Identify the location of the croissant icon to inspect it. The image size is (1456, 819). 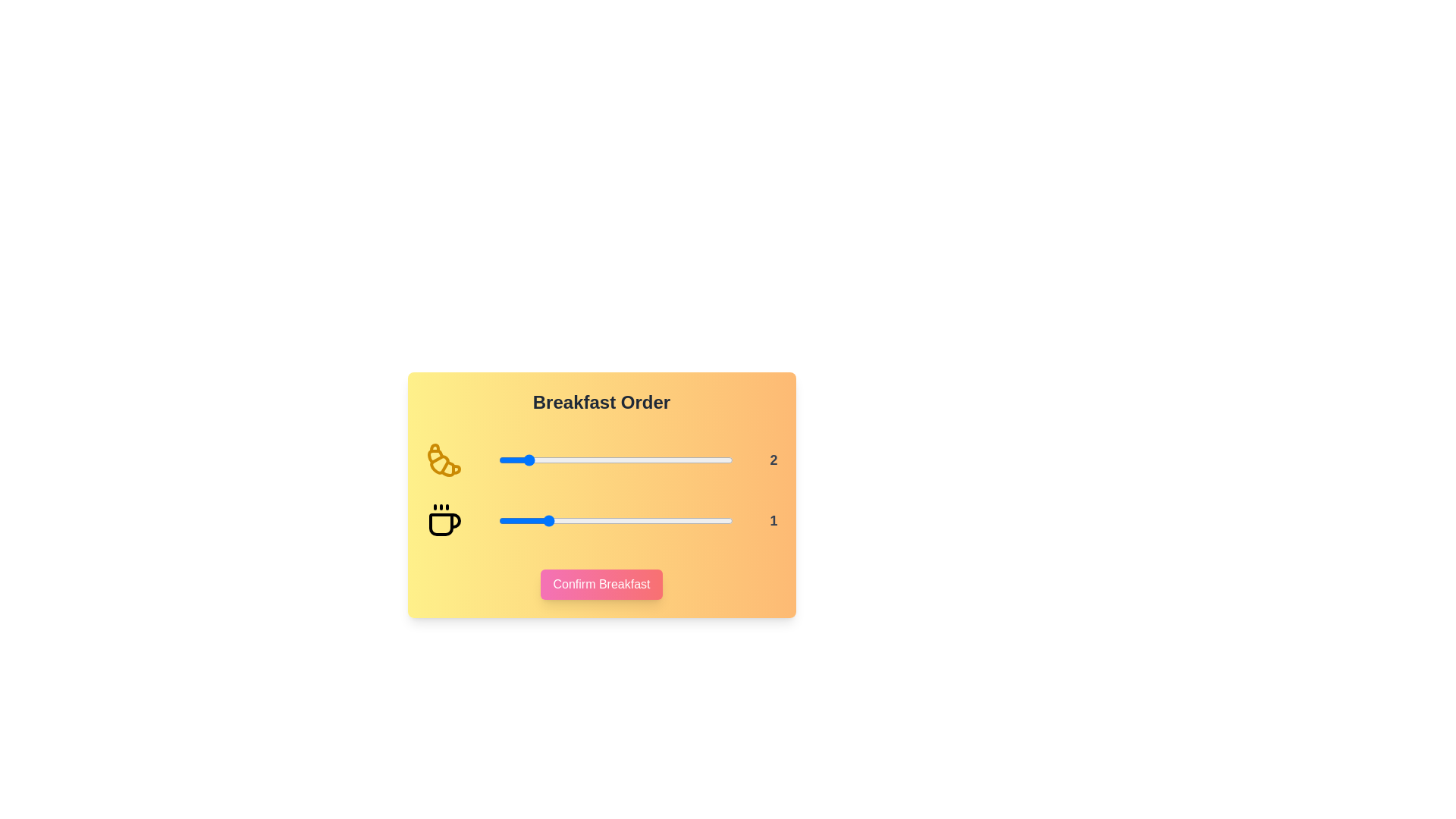
(443, 459).